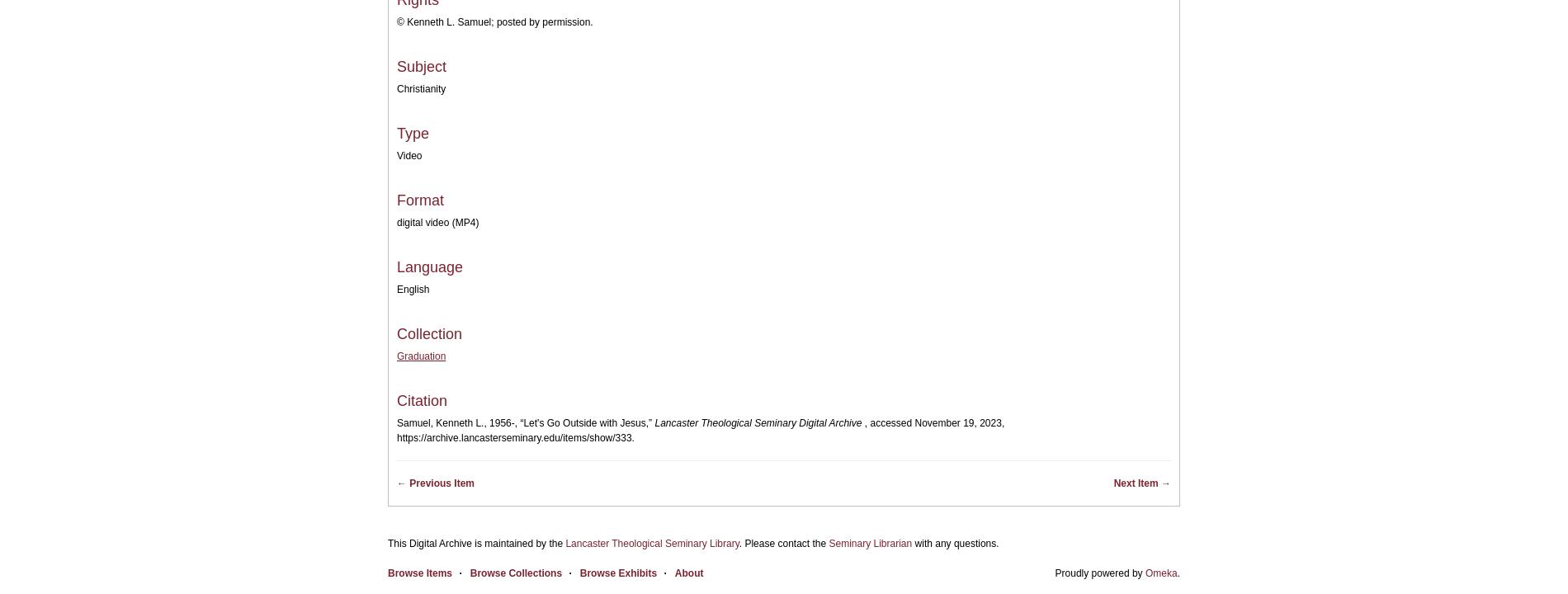 The height and width of the screenshot is (594, 1568). Describe the element at coordinates (429, 334) in the screenshot. I see `'Collection'` at that location.